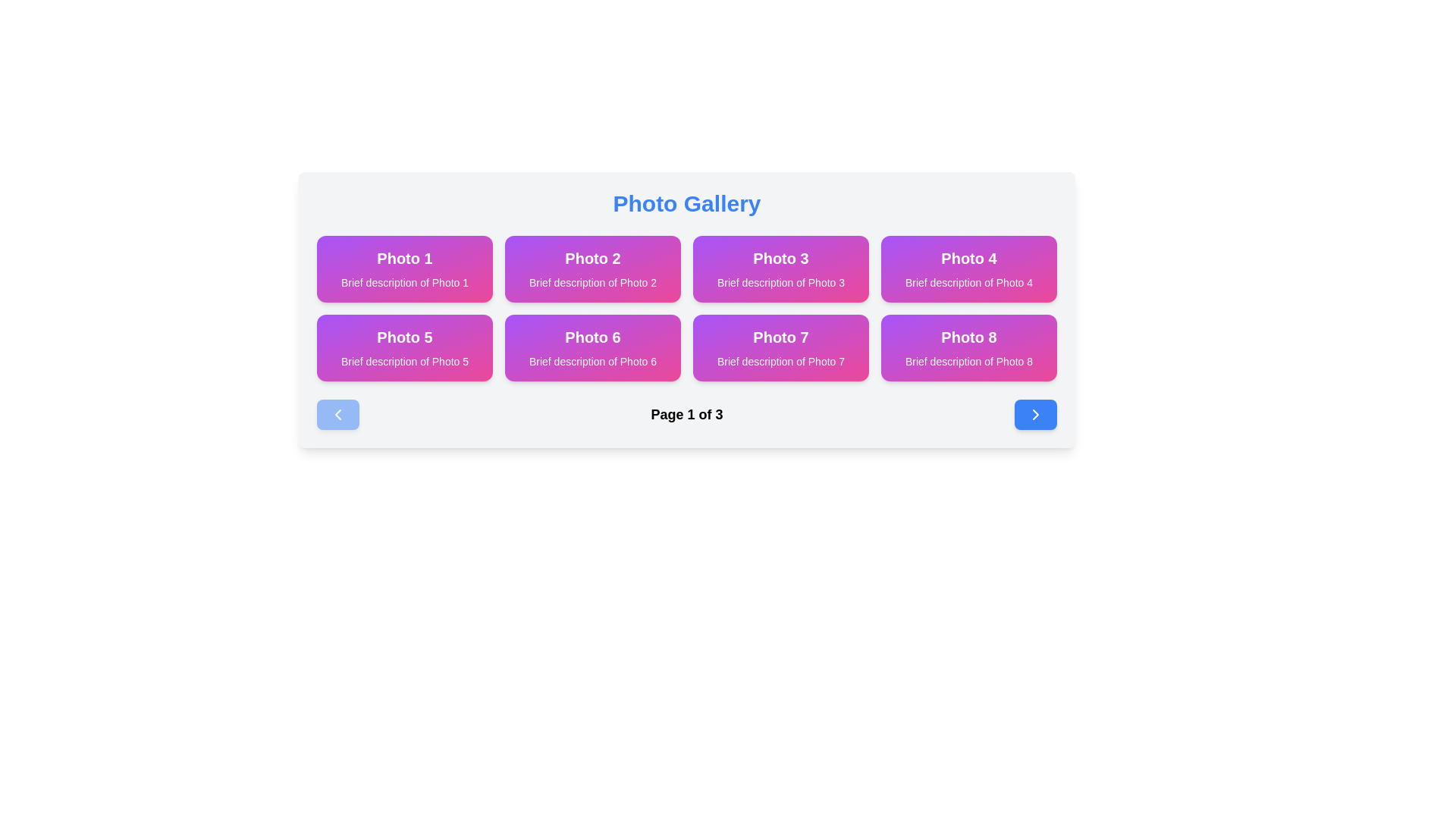 This screenshot has width=1456, height=819. Describe the element at coordinates (781, 336) in the screenshot. I see `the text label that serves as a heading for the card related to 'Photo 7' located in the second row, third column of the grid layout` at that location.